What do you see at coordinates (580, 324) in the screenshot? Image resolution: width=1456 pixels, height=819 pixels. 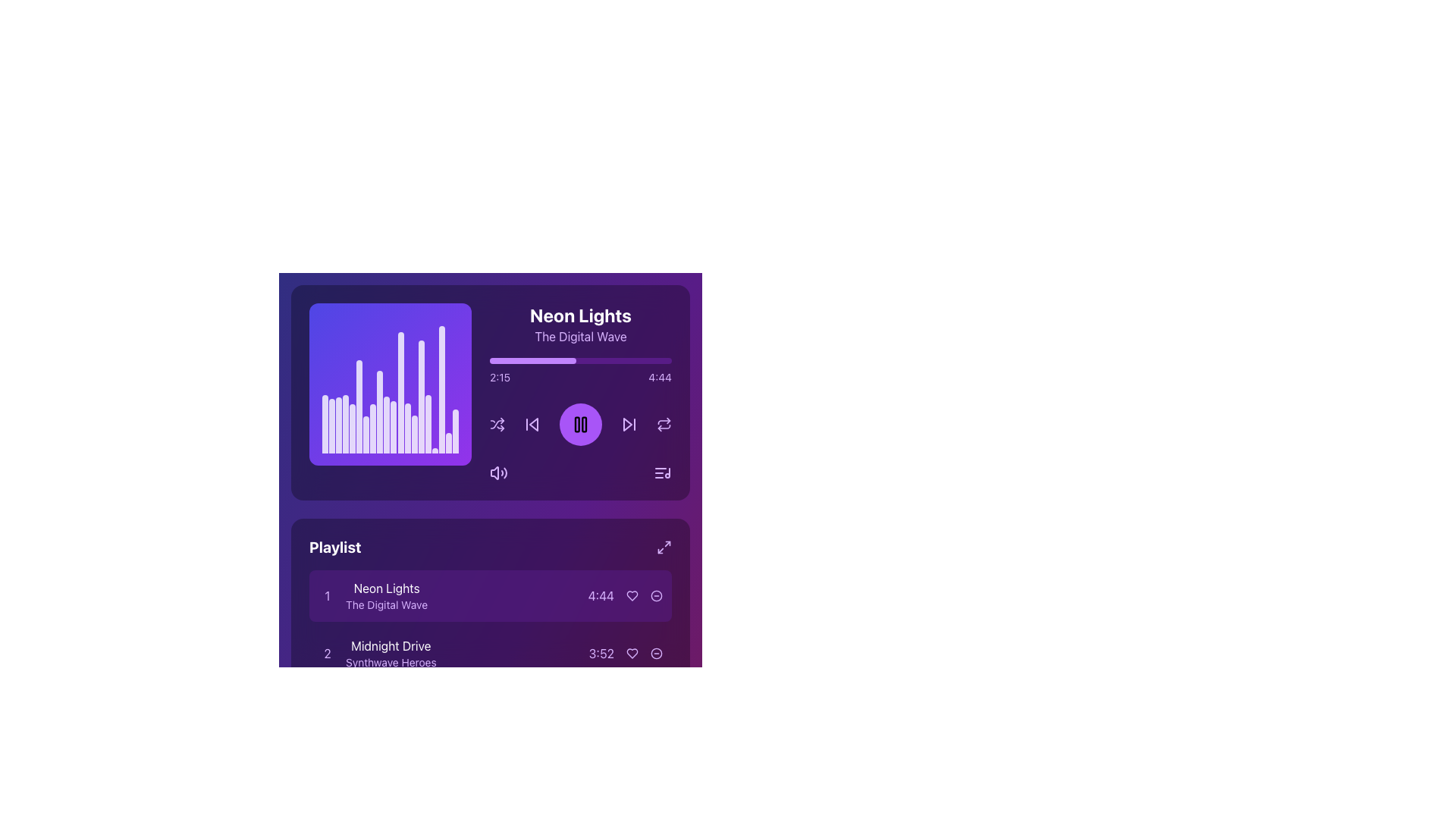 I see `the Title and subtitle display box located in the top-right quadrant of the media player interface, adjacent to the play controls` at bounding box center [580, 324].